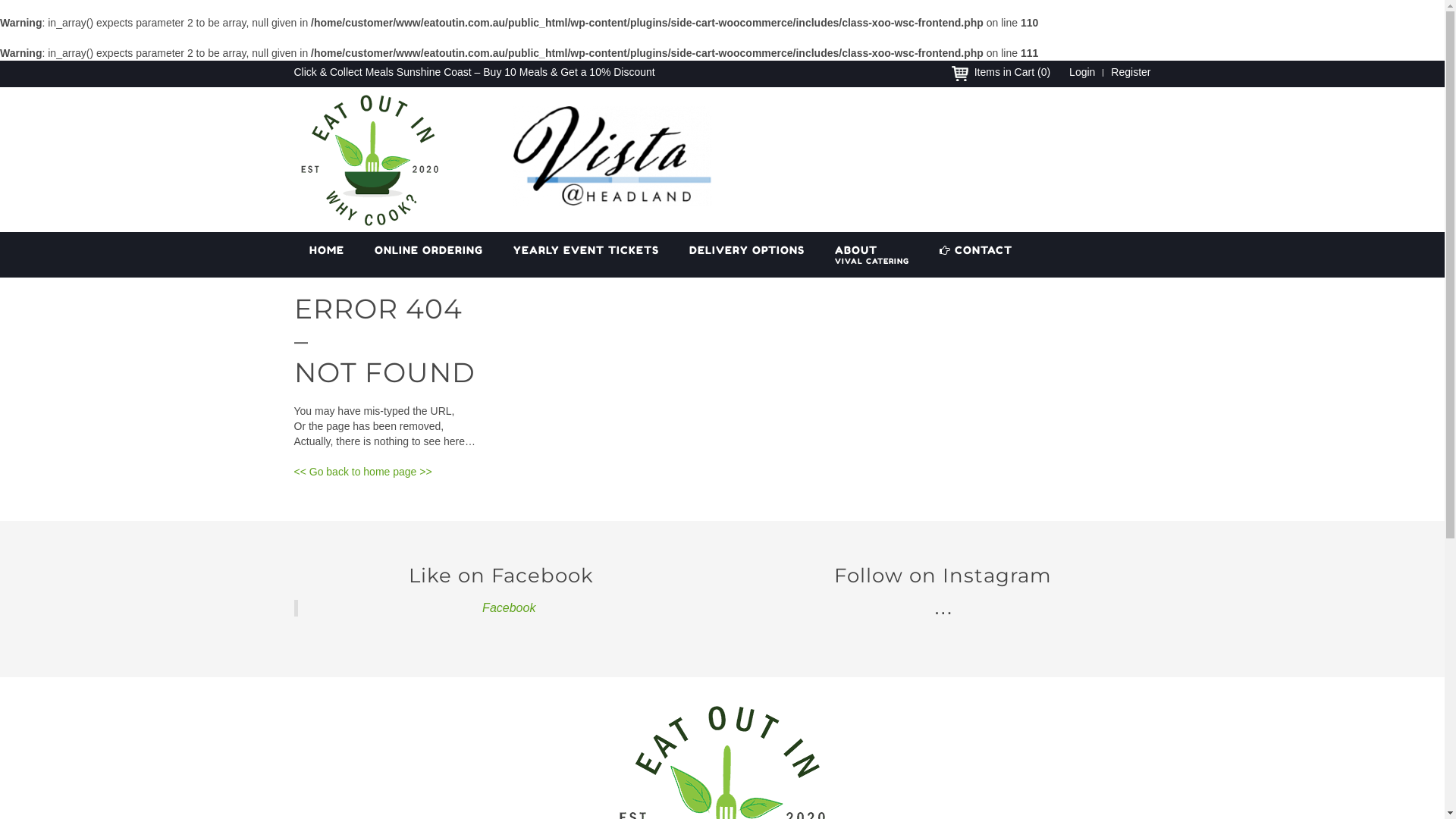 This screenshot has width=1456, height=819. What do you see at coordinates (481, 607) in the screenshot?
I see `'Facebook'` at bounding box center [481, 607].